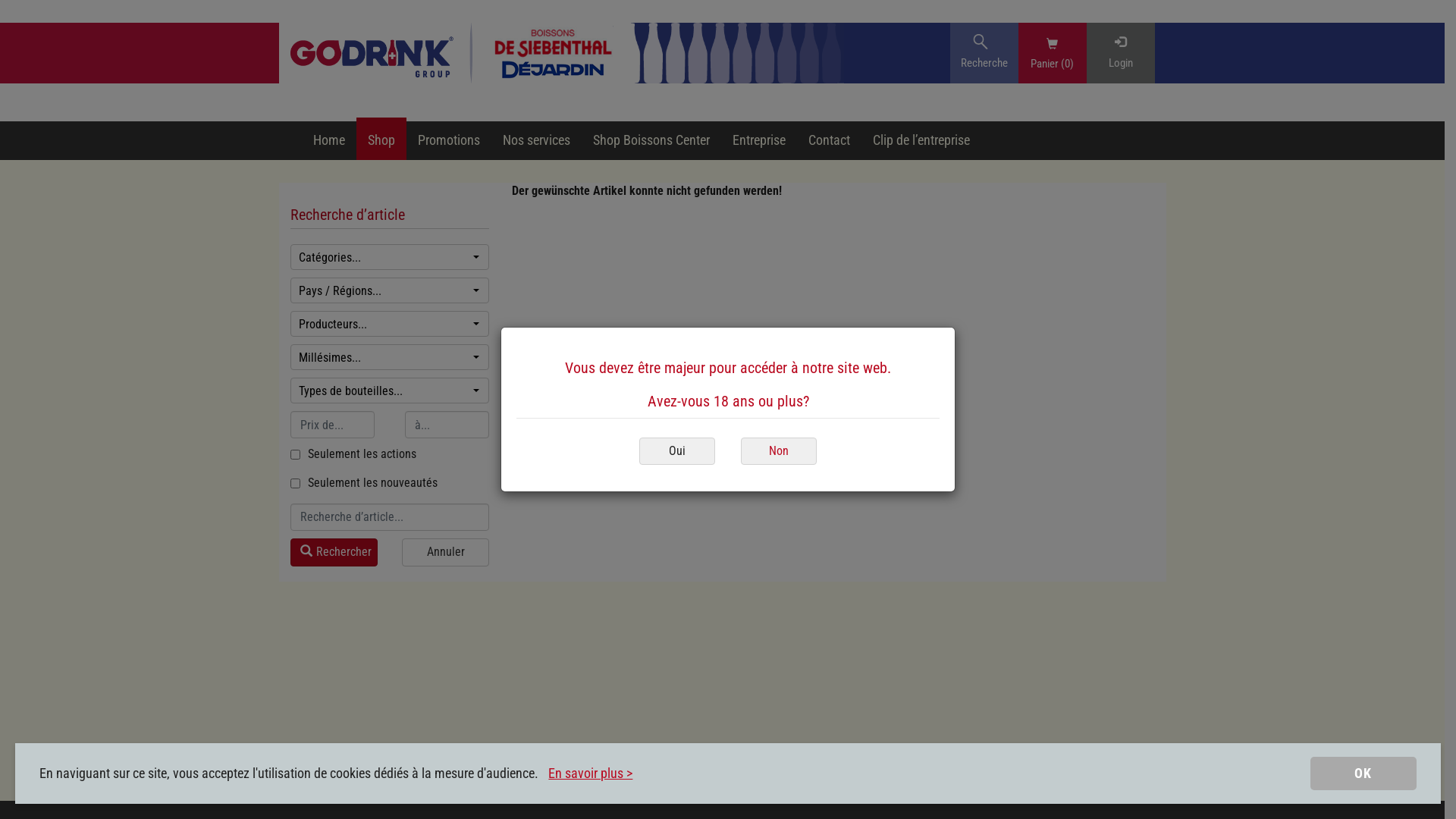 The width and height of the screenshot is (1456, 819). Describe the element at coordinates (676, 450) in the screenshot. I see `'Oui'` at that location.